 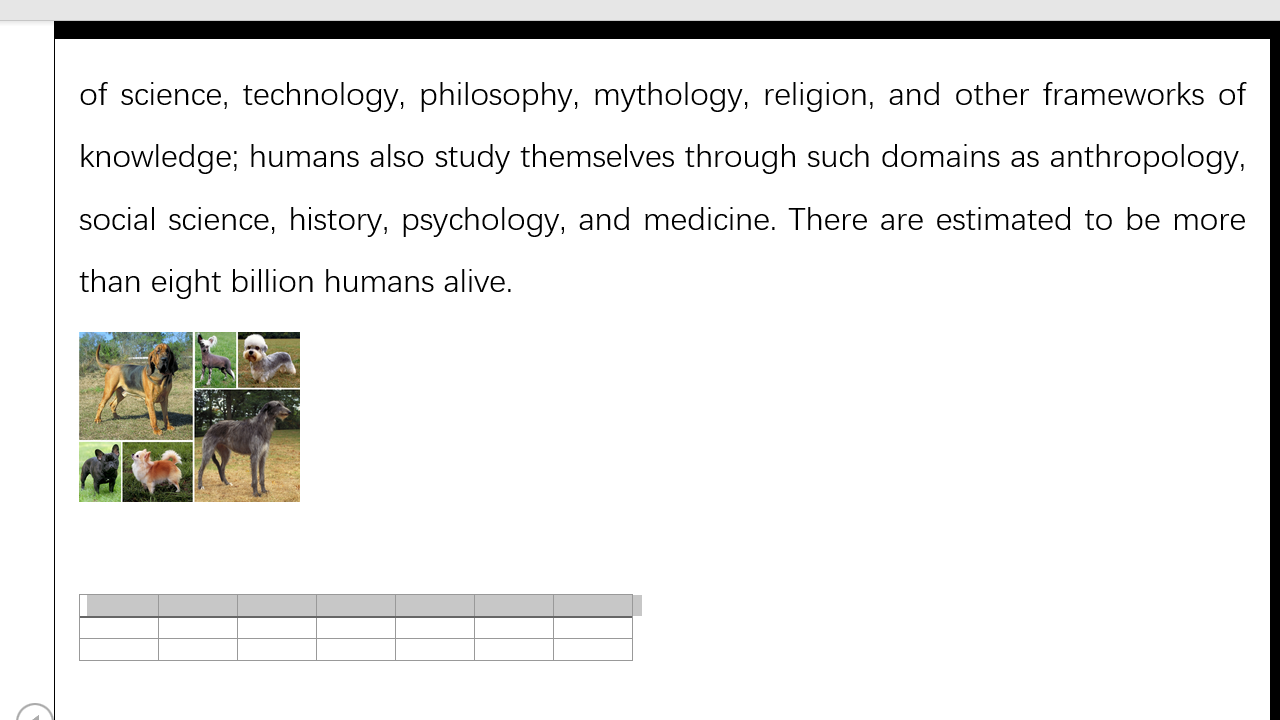 I want to click on 'Morphological variation in six dogs', so click(x=188, y=415).